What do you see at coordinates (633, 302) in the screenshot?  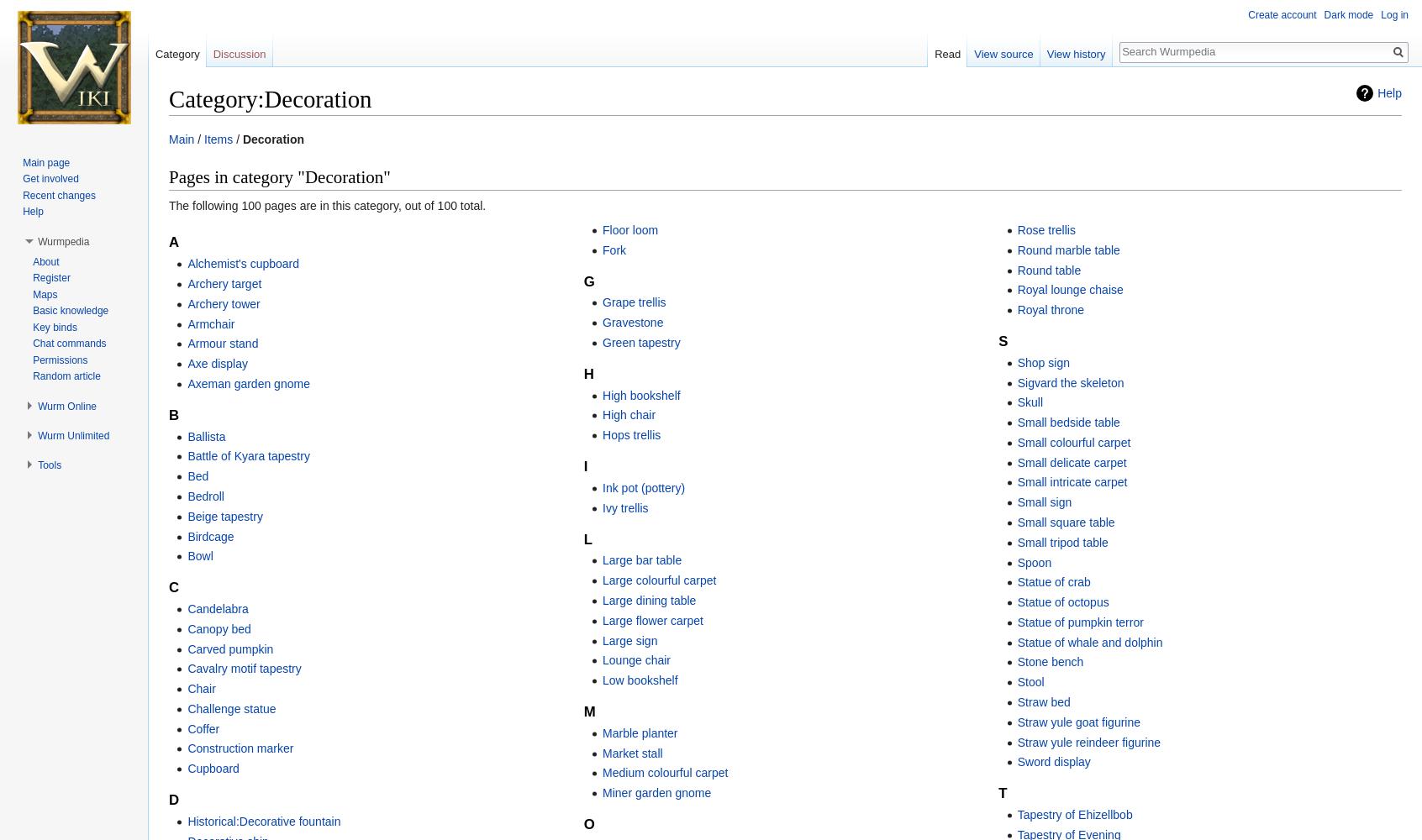 I see `'Grape trellis'` at bounding box center [633, 302].